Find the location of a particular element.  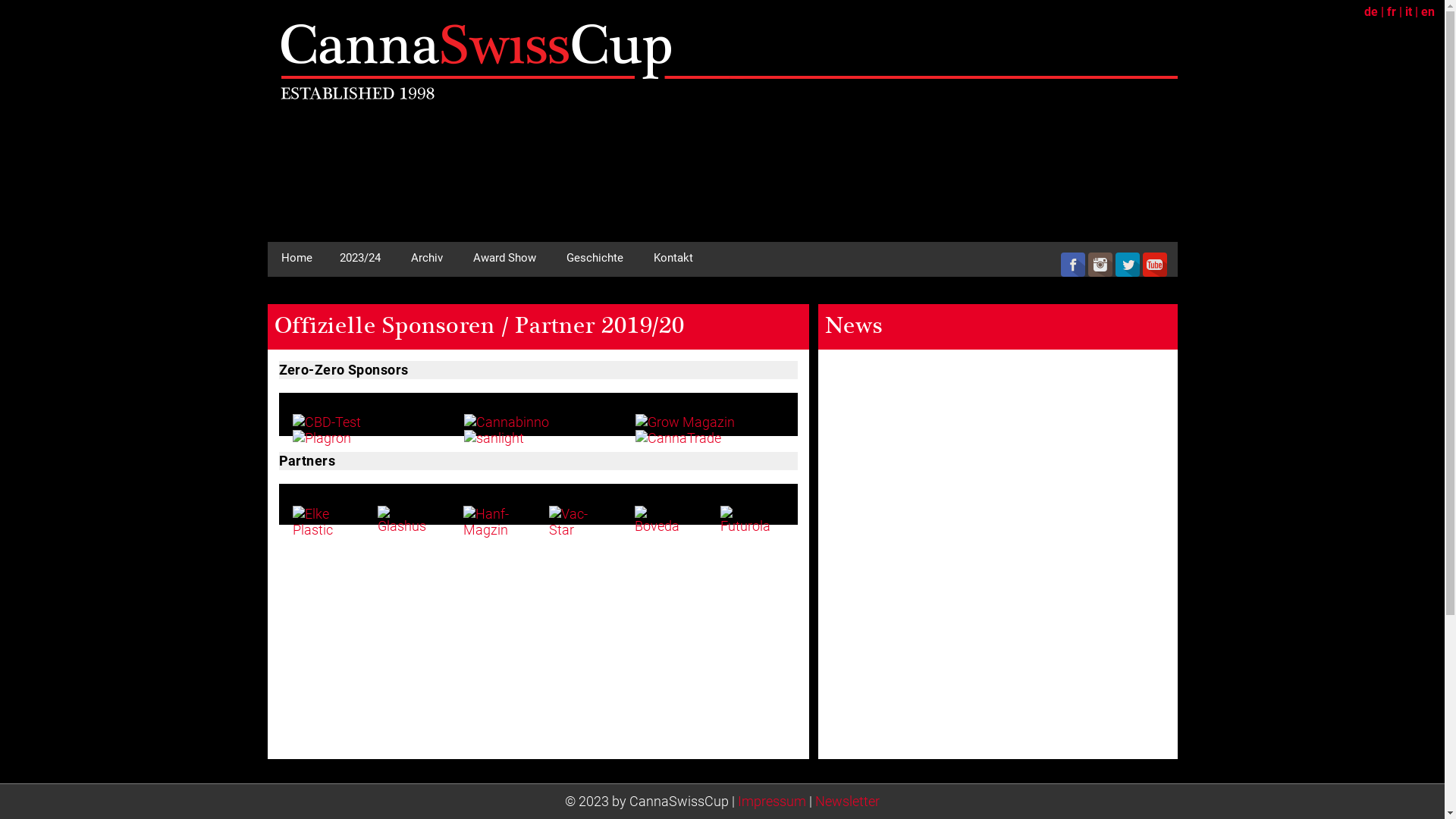

'Cannabinno' is located at coordinates (463, 422).